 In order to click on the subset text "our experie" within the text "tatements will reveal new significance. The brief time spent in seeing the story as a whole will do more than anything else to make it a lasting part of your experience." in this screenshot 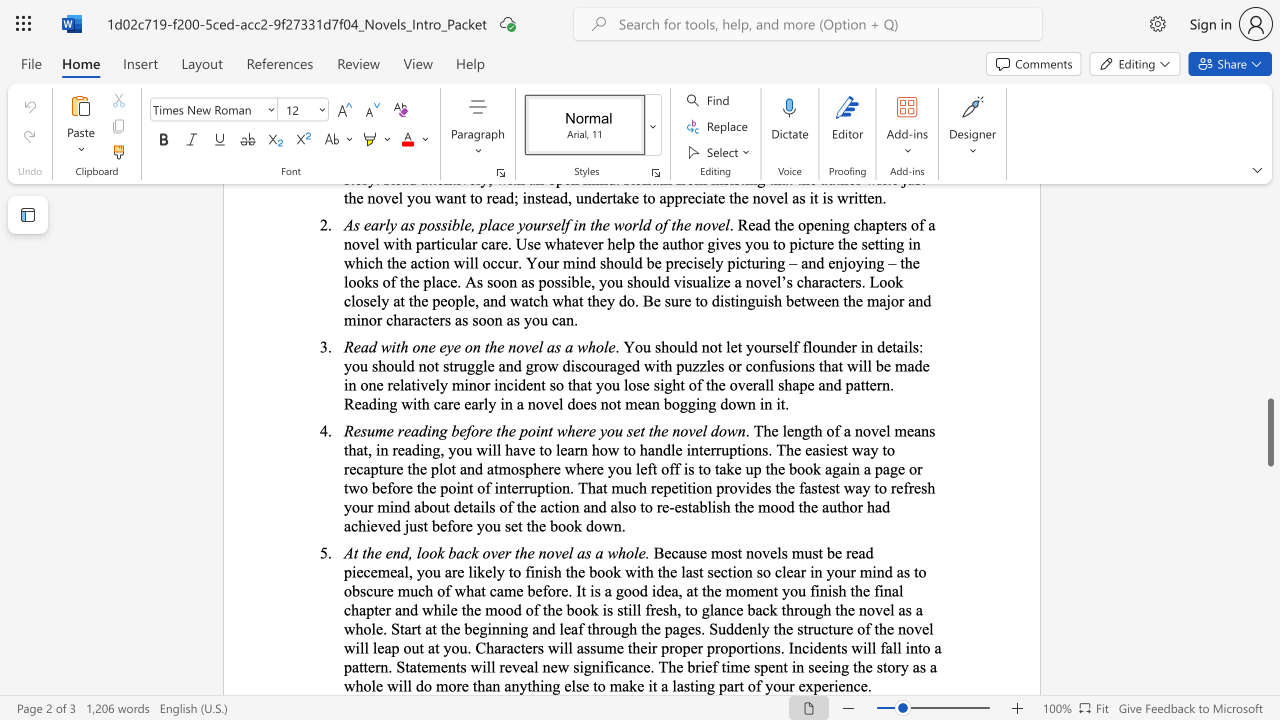, I will do `click(772, 684)`.